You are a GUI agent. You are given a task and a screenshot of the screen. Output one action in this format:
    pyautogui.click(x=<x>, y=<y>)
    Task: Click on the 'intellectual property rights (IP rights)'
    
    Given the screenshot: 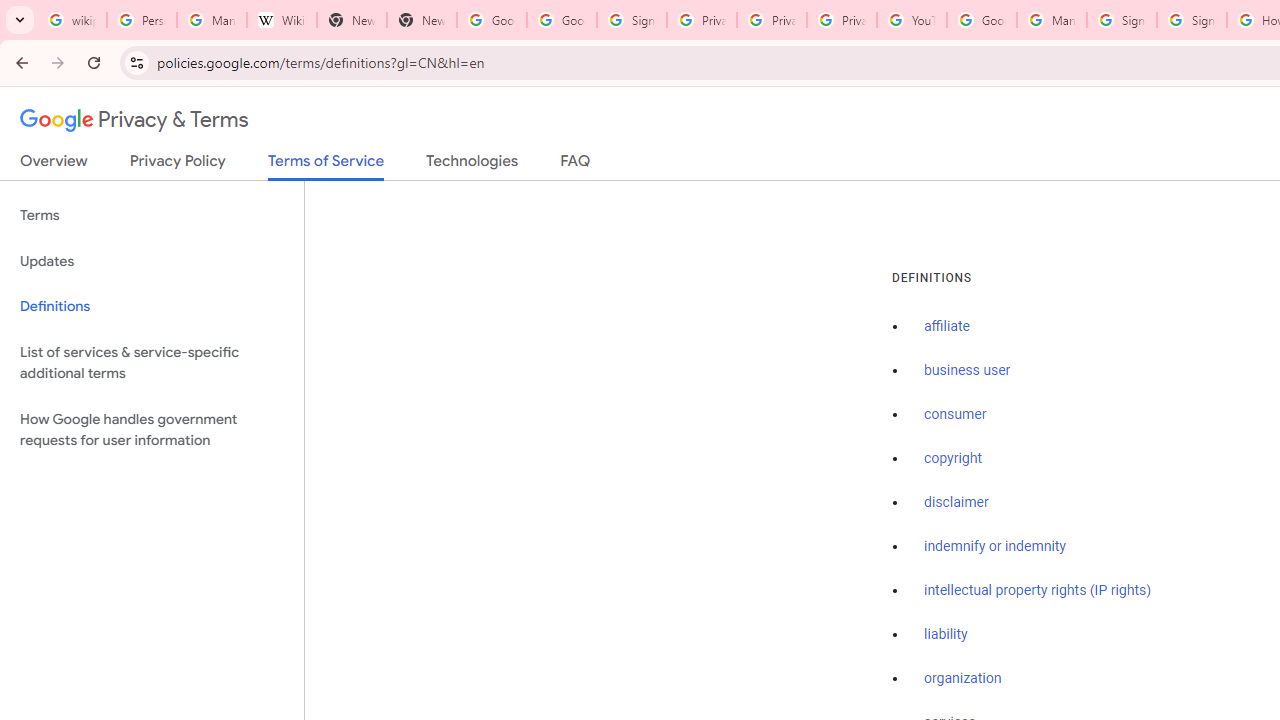 What is the action you would take?
    pyautogui.click(x=1038, y=589)
    